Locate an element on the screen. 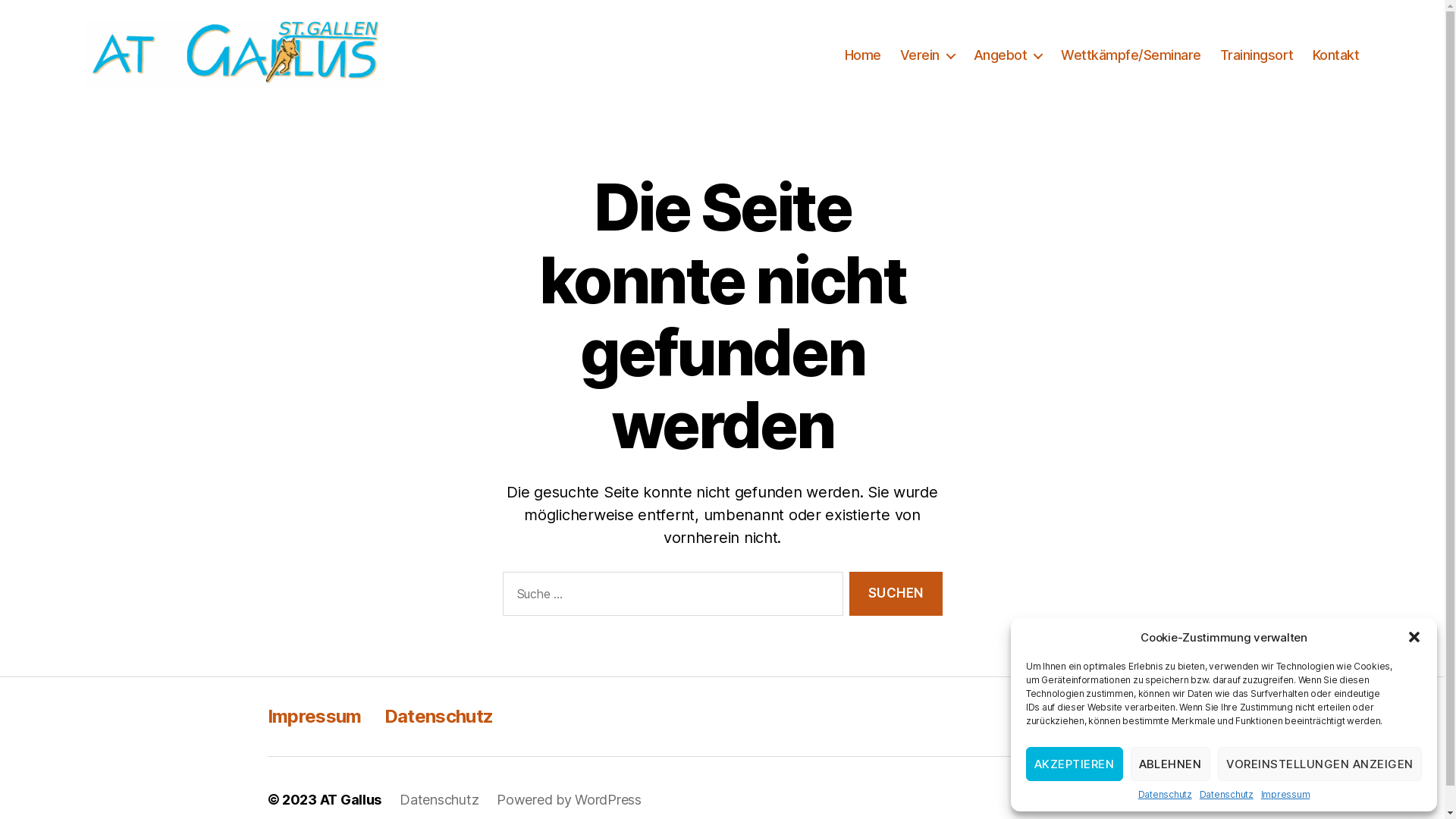 The width and height of the screenshot is (1456, 819). 'Datenschutz' is located at coordinates (1226, 793).